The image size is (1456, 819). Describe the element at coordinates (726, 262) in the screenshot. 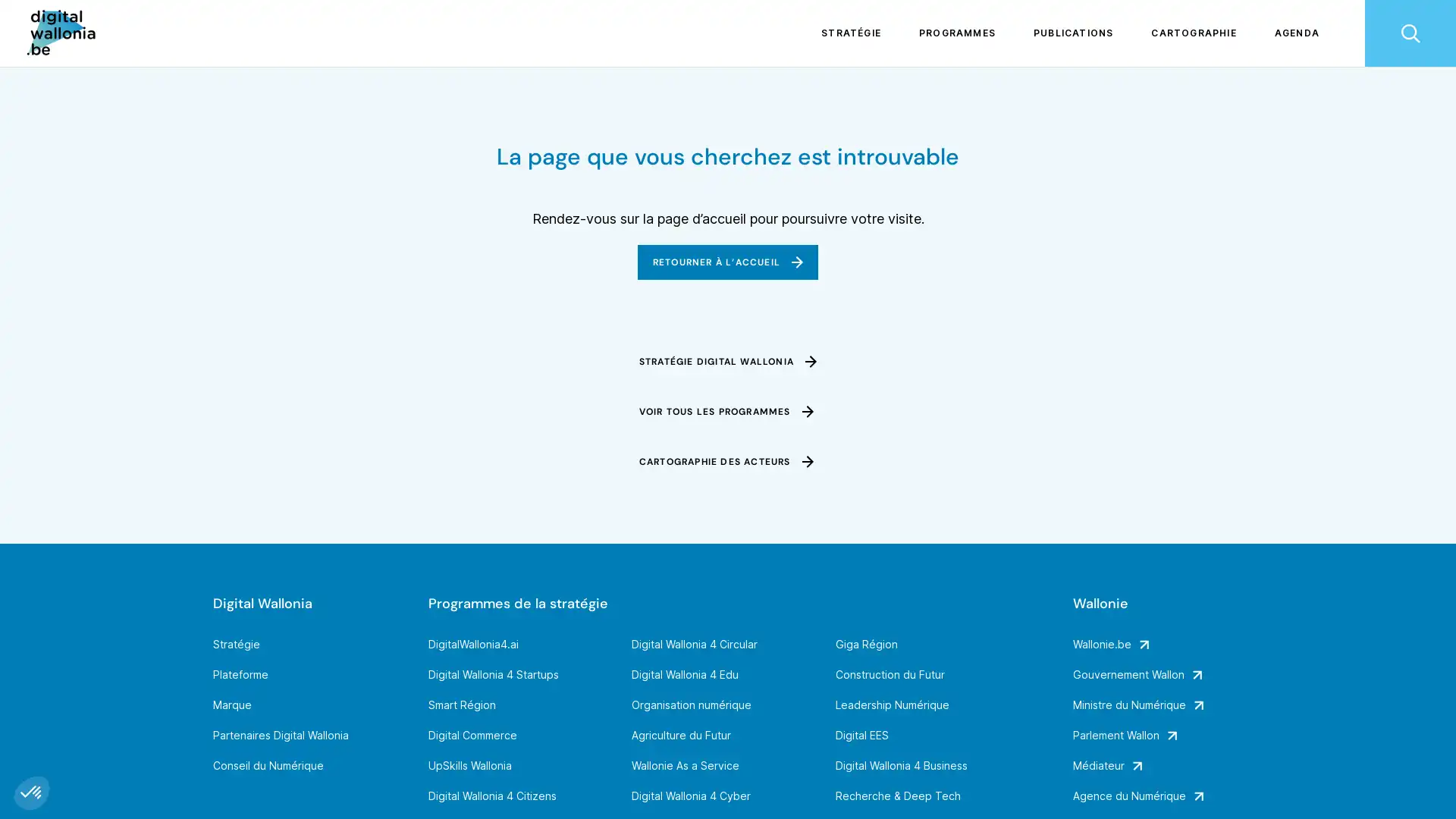

I see `RETOURNER A LACCUEIL Go to` at that location.